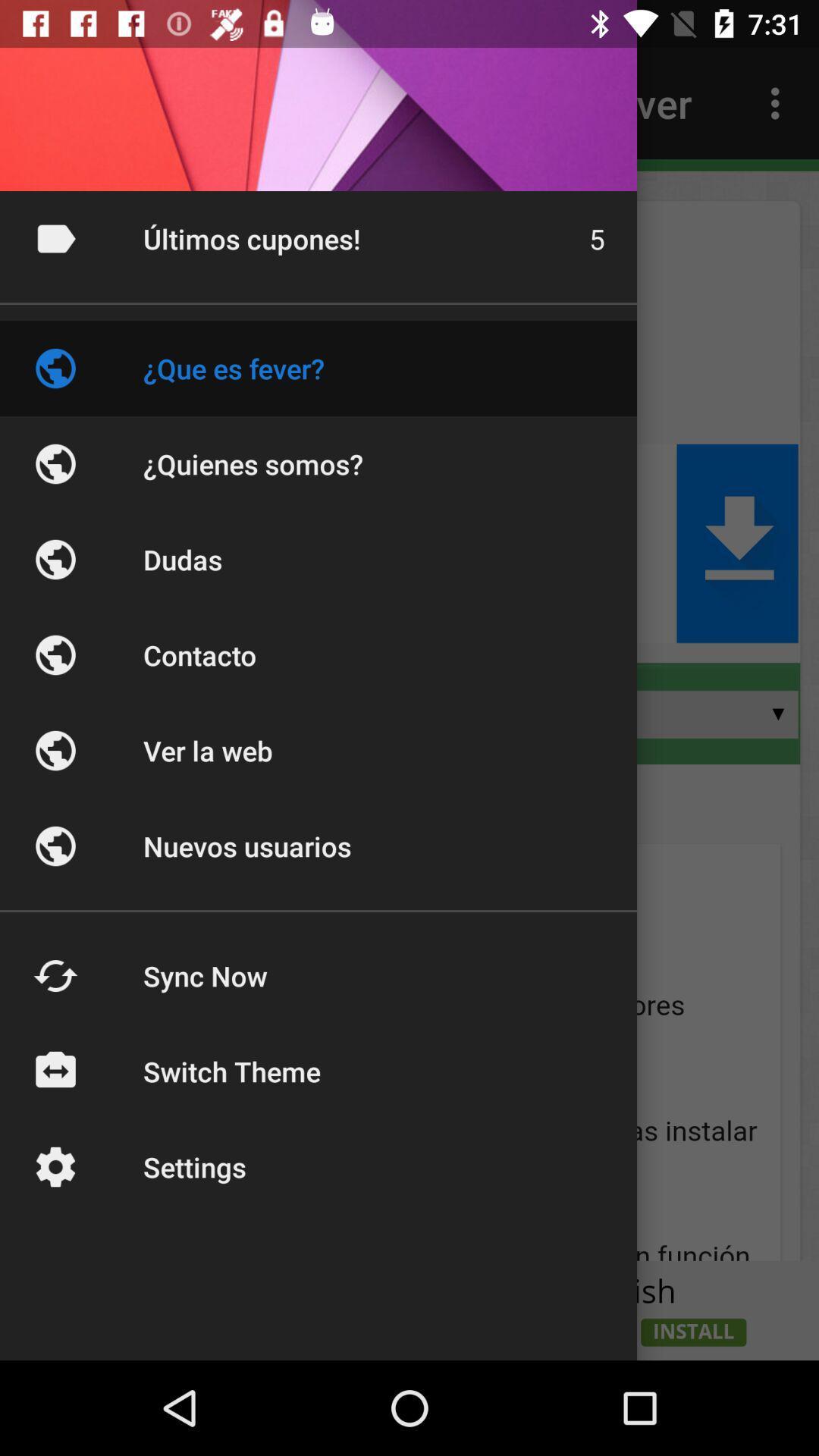  I want to click on the symbol which is to the left of the settings, so click(55, 1166).